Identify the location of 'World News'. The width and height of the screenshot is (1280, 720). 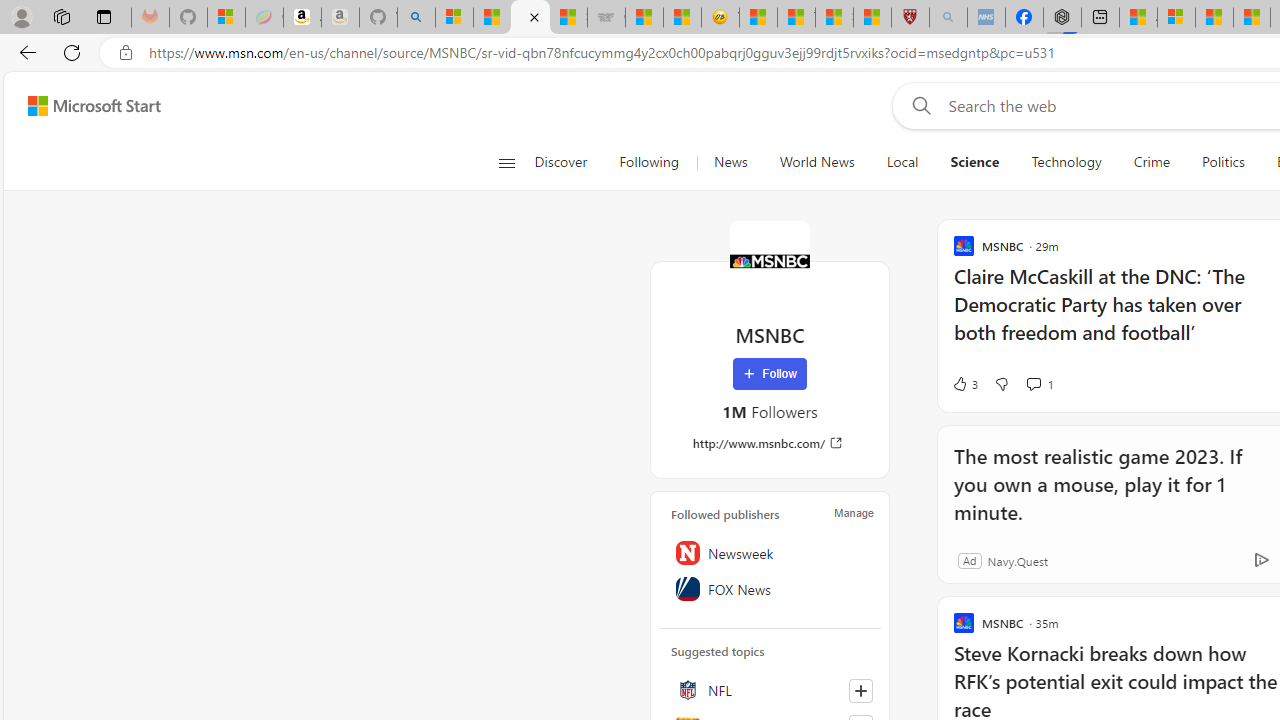
(817, 162).